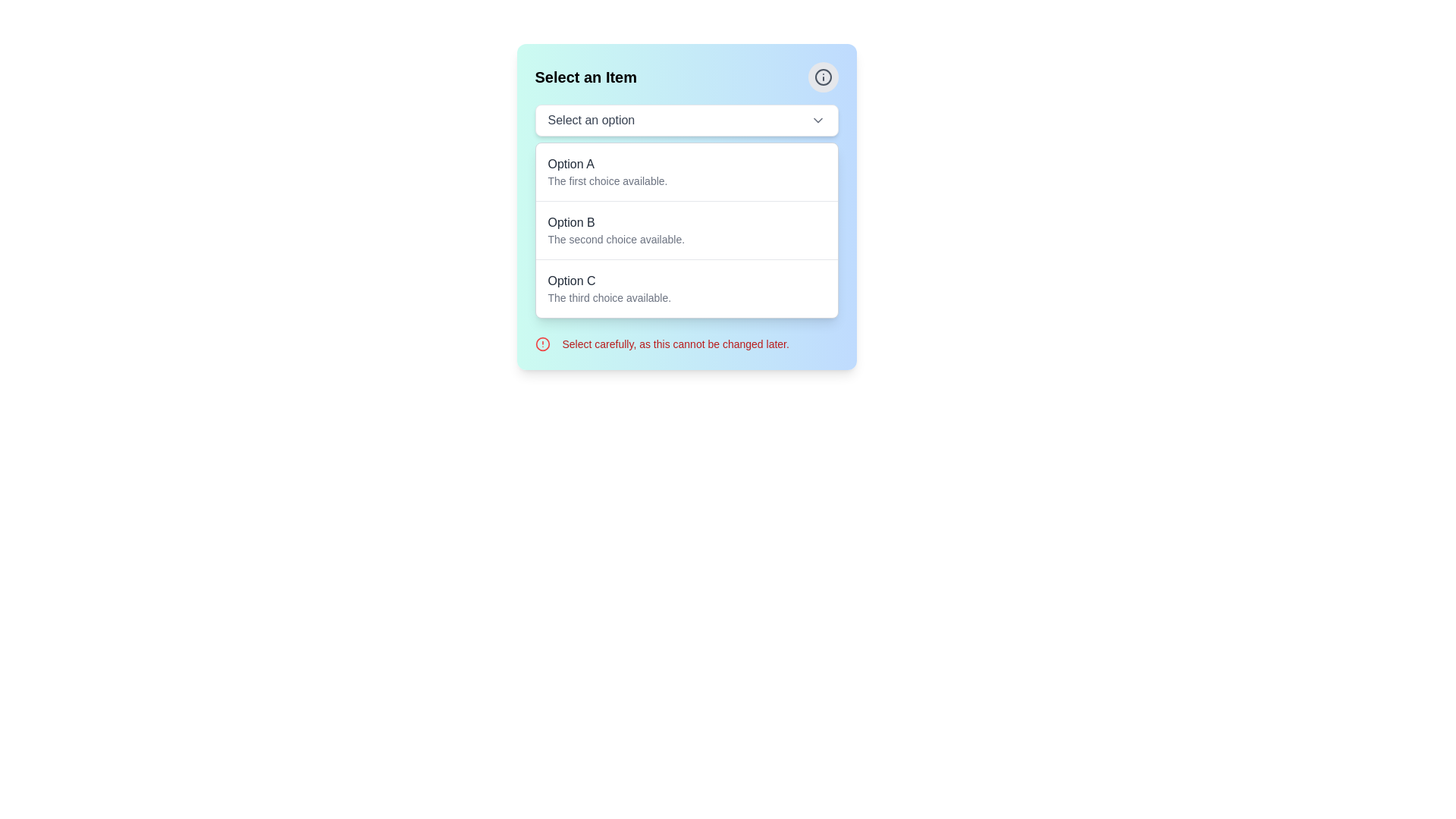 Image resolution: width=1456 pixels, height=819 pixels. What do you see at coordinates (570, 281) in the screenshot?
I see `the text label displaying 'Option C', which is styled in dark gray and is part of a selection interface within a dropdown menu` at bounding box center [570, 281].